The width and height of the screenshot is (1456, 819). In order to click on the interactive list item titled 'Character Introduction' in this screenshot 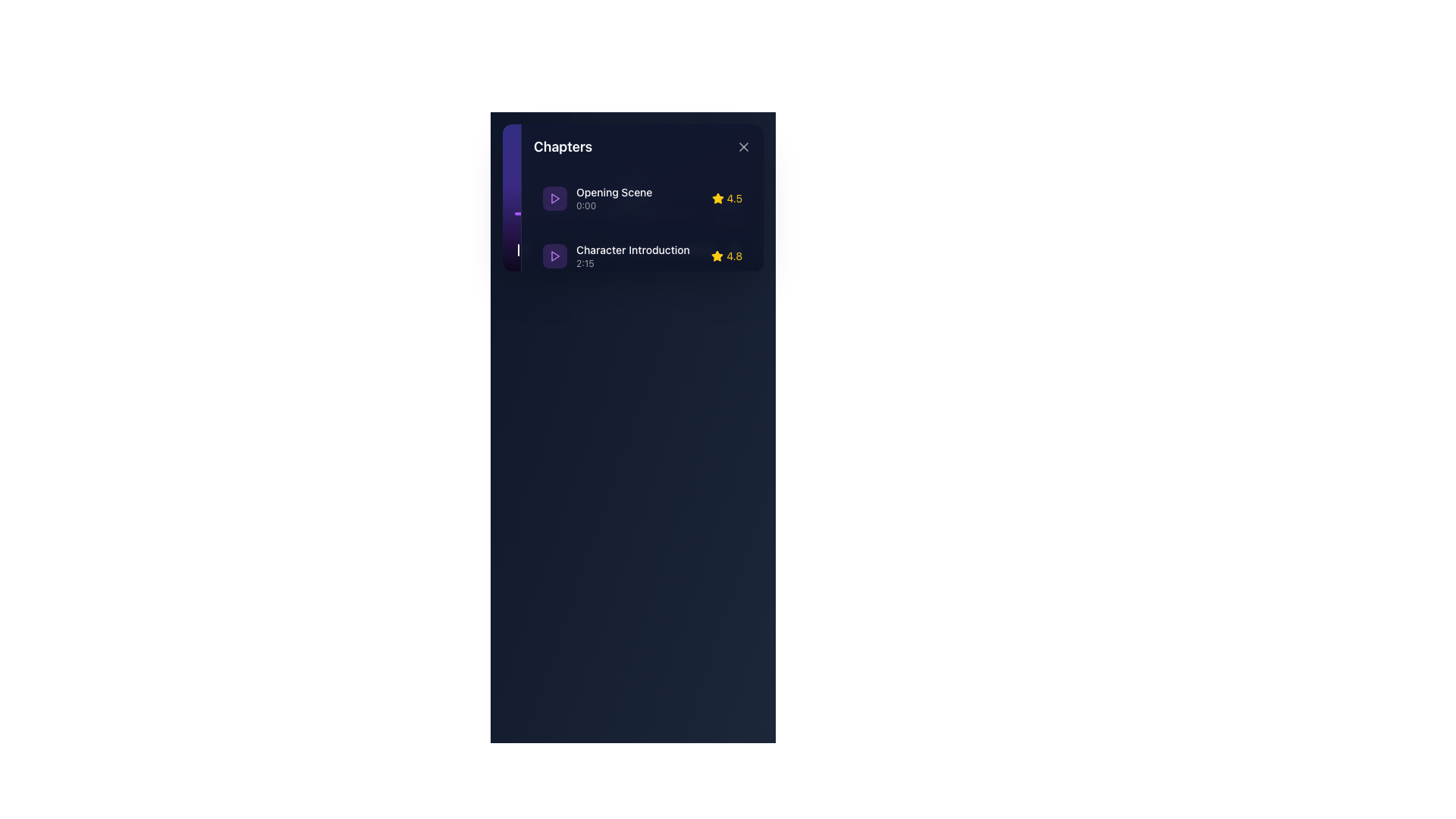, I will do `click(642, 256)`.